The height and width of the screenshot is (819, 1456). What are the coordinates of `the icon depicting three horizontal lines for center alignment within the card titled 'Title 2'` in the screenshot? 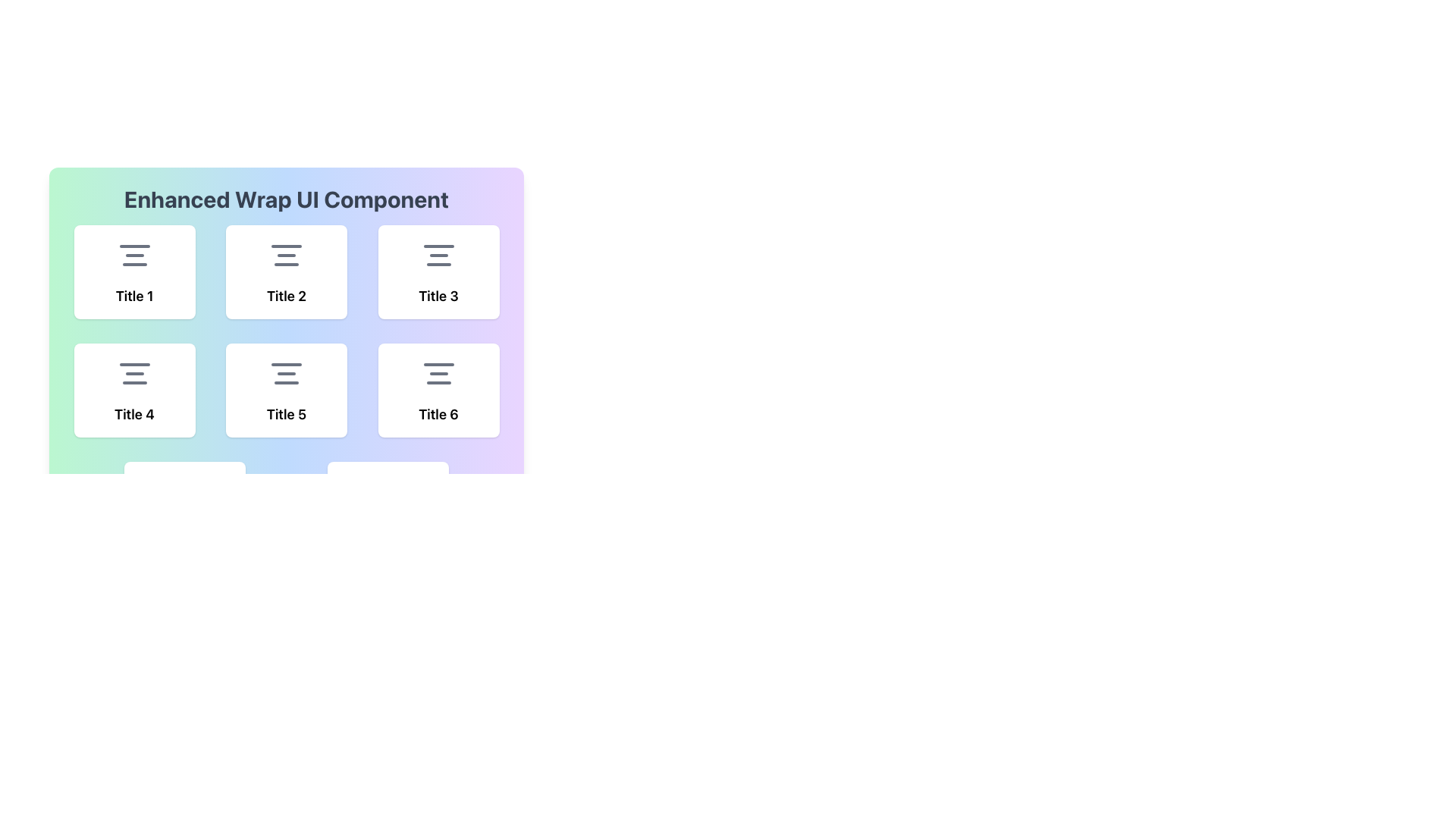 It's located at (287, 254).